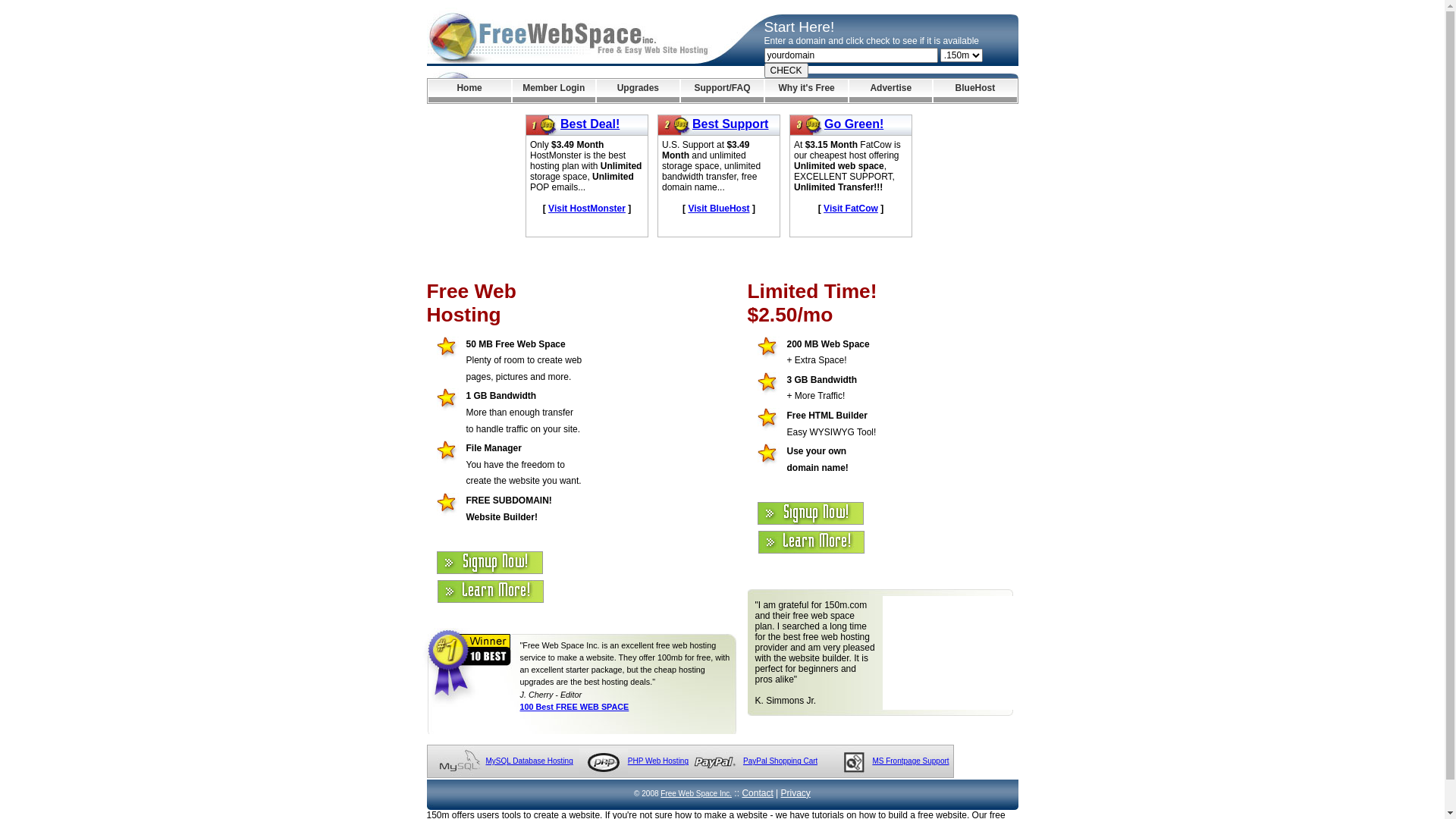  I want to click on 'MS Frontpage Support', so click(872, 761).